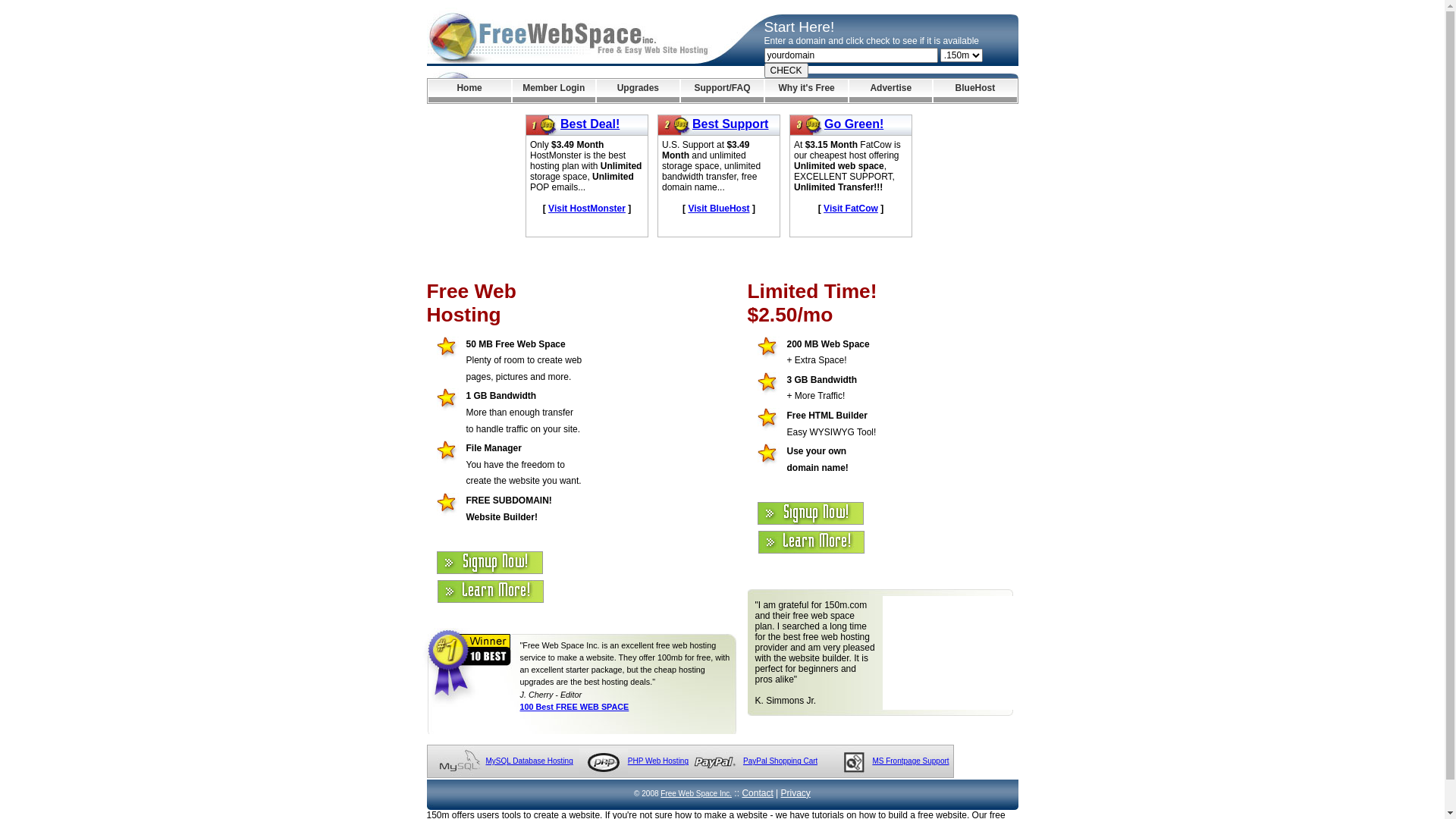  I want to click on 'MS Frontpage Support', so click(872, 761).